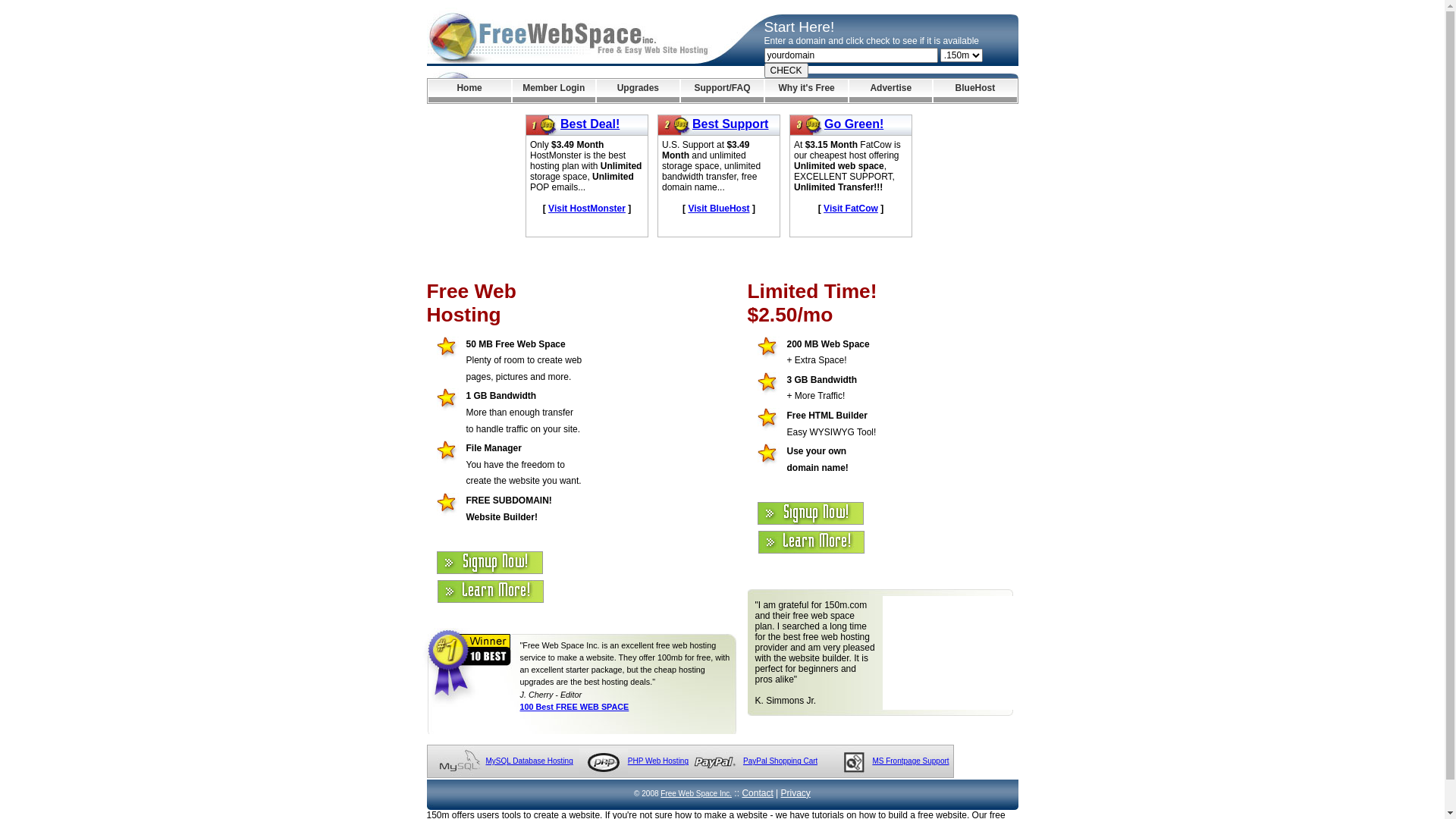  I want to click on 'MS Frontpage Support', so click(872, 761).